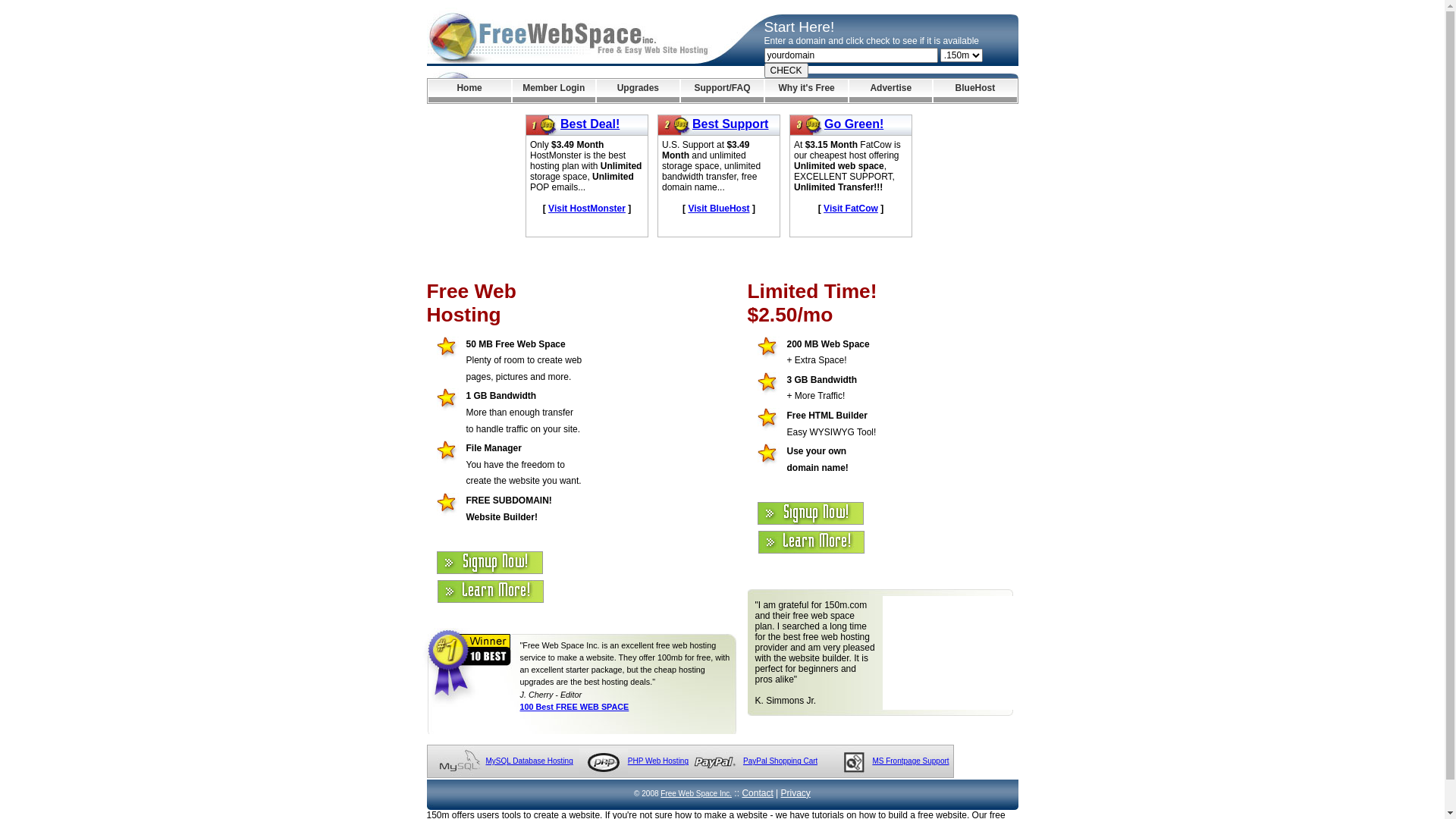  I want to click on 'MS Frontpage Support', so click(872, 761).